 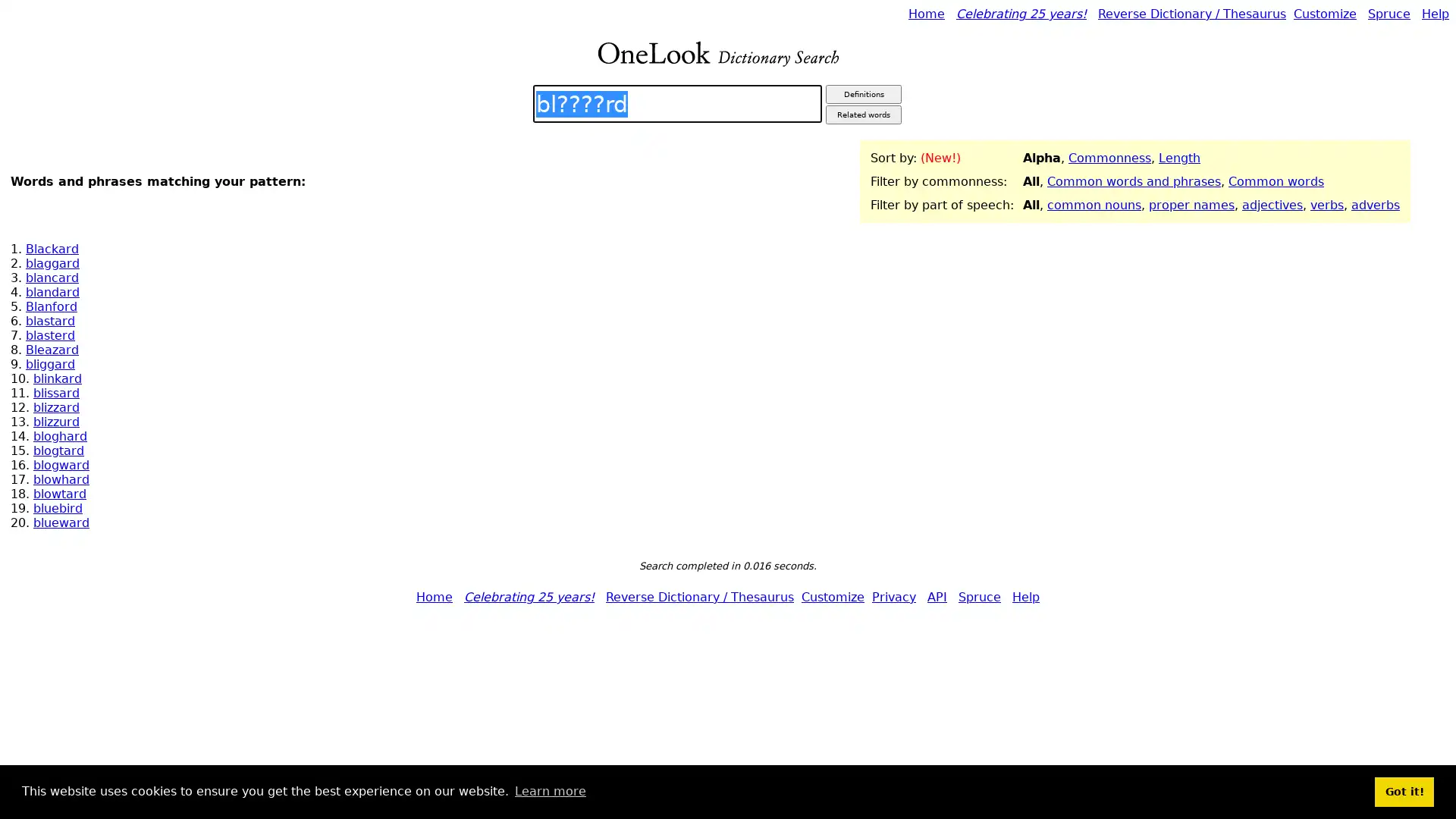 I want to click on Definitions, so click(x=863, y=94).